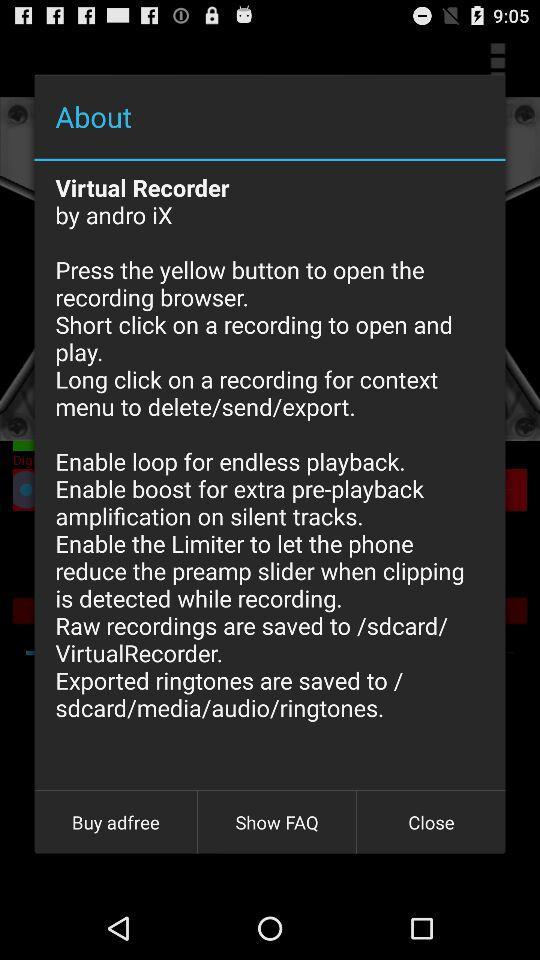 The height and width of the screenshot is (960, 540). Describe the element at coordinates (430, 822) in the screenshot. I see `the close button` at that location.